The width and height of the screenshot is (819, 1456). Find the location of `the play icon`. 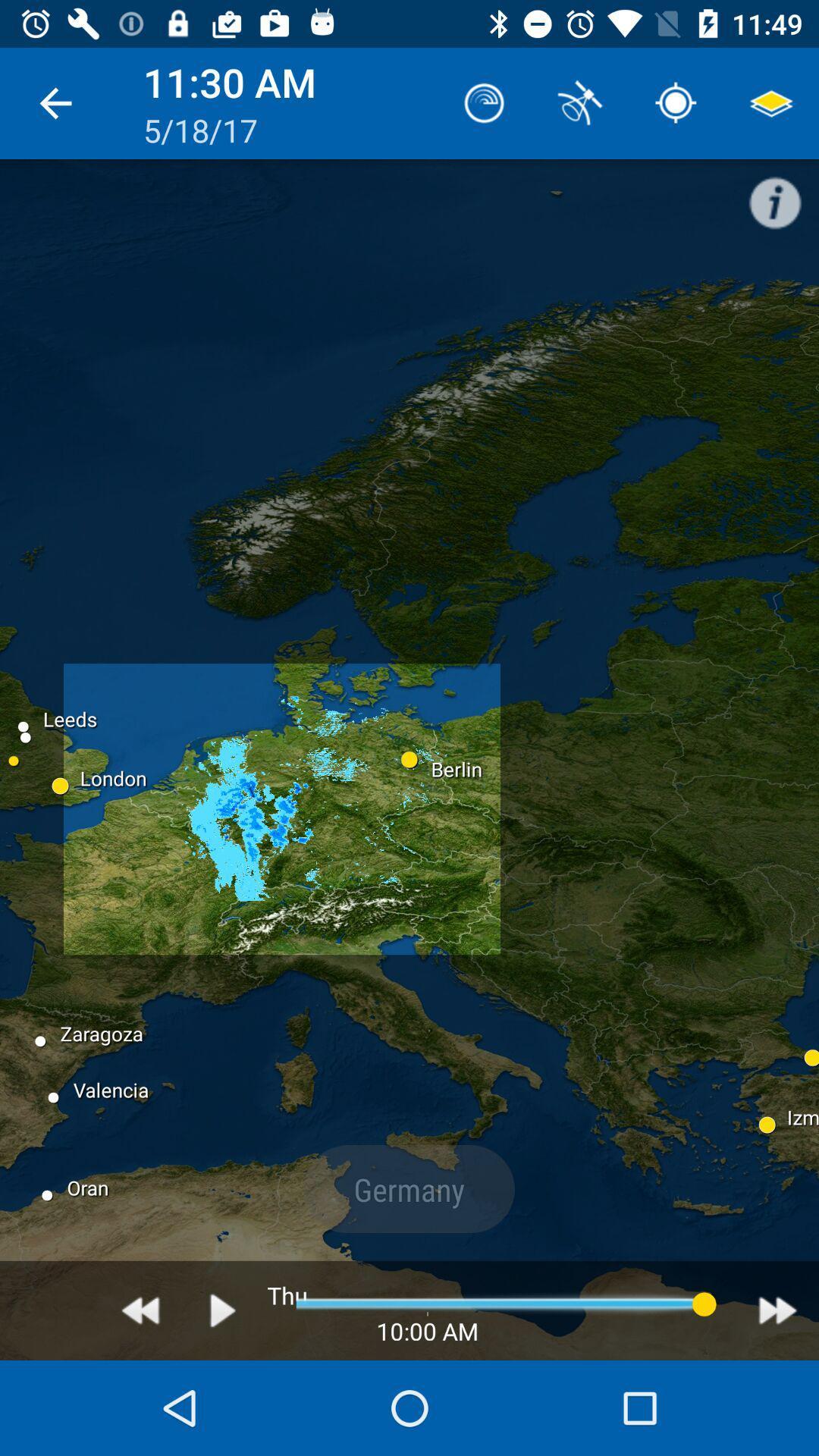

the play icon is located at coordinates (223, 1310).